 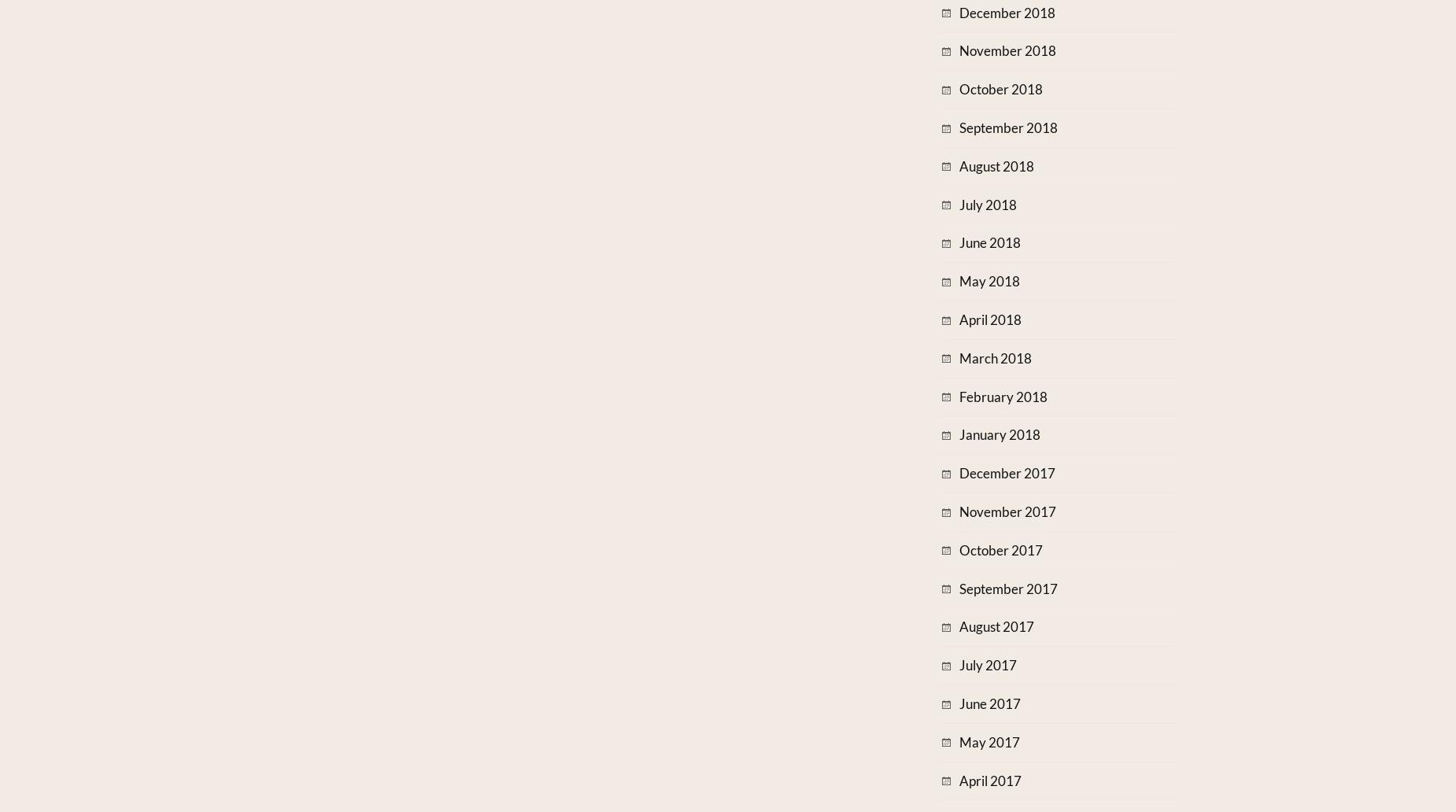 What do you see at coordinates (958, 703) in the screenshot?
I see `'June 2017'` at bounding box center [958, 703].